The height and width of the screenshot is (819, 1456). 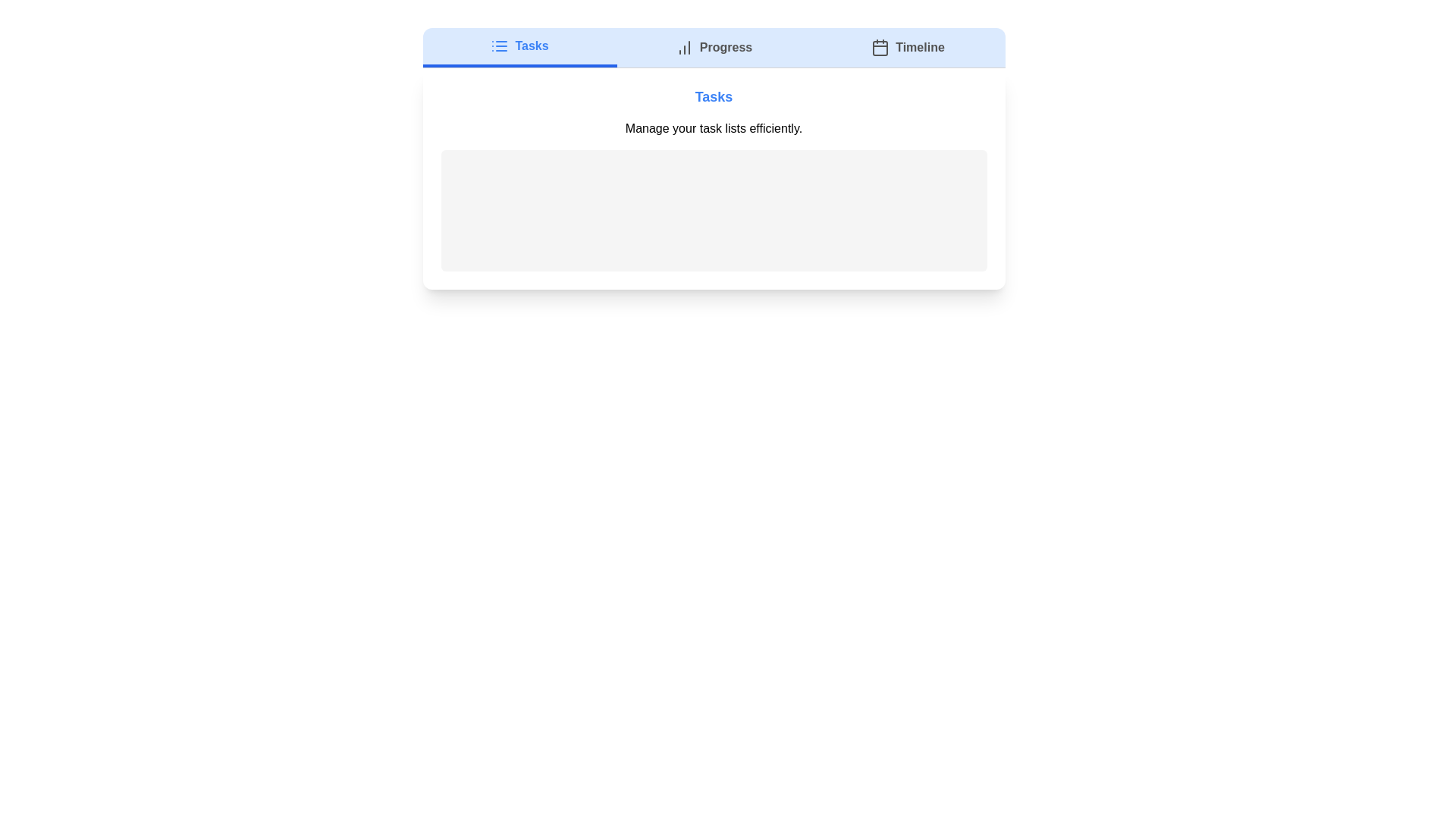 I want to click on the calendar icon in the Timeline section of the navigation bar, so click(x=880, y=46).